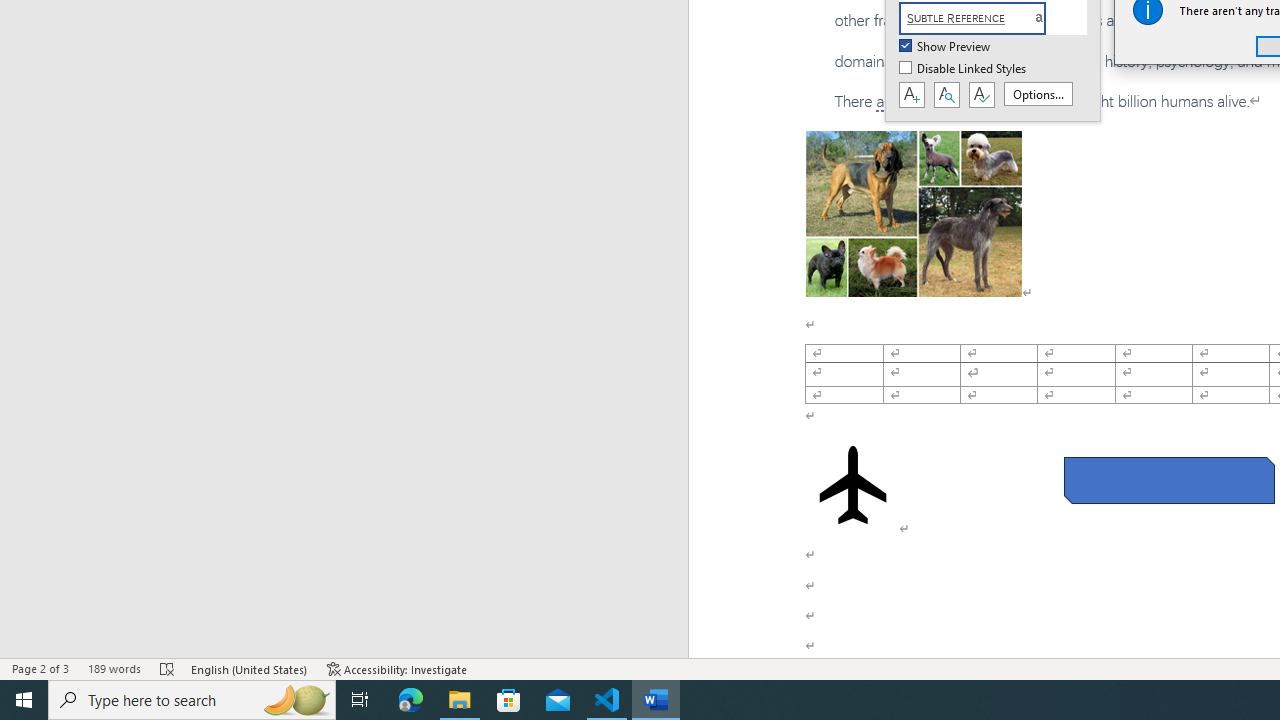 The height and width of the screenshot is (720, 1280). Describe the element at coordinates (249, 669) in the screenshot. I see `'Language English (United States)'` at that location.